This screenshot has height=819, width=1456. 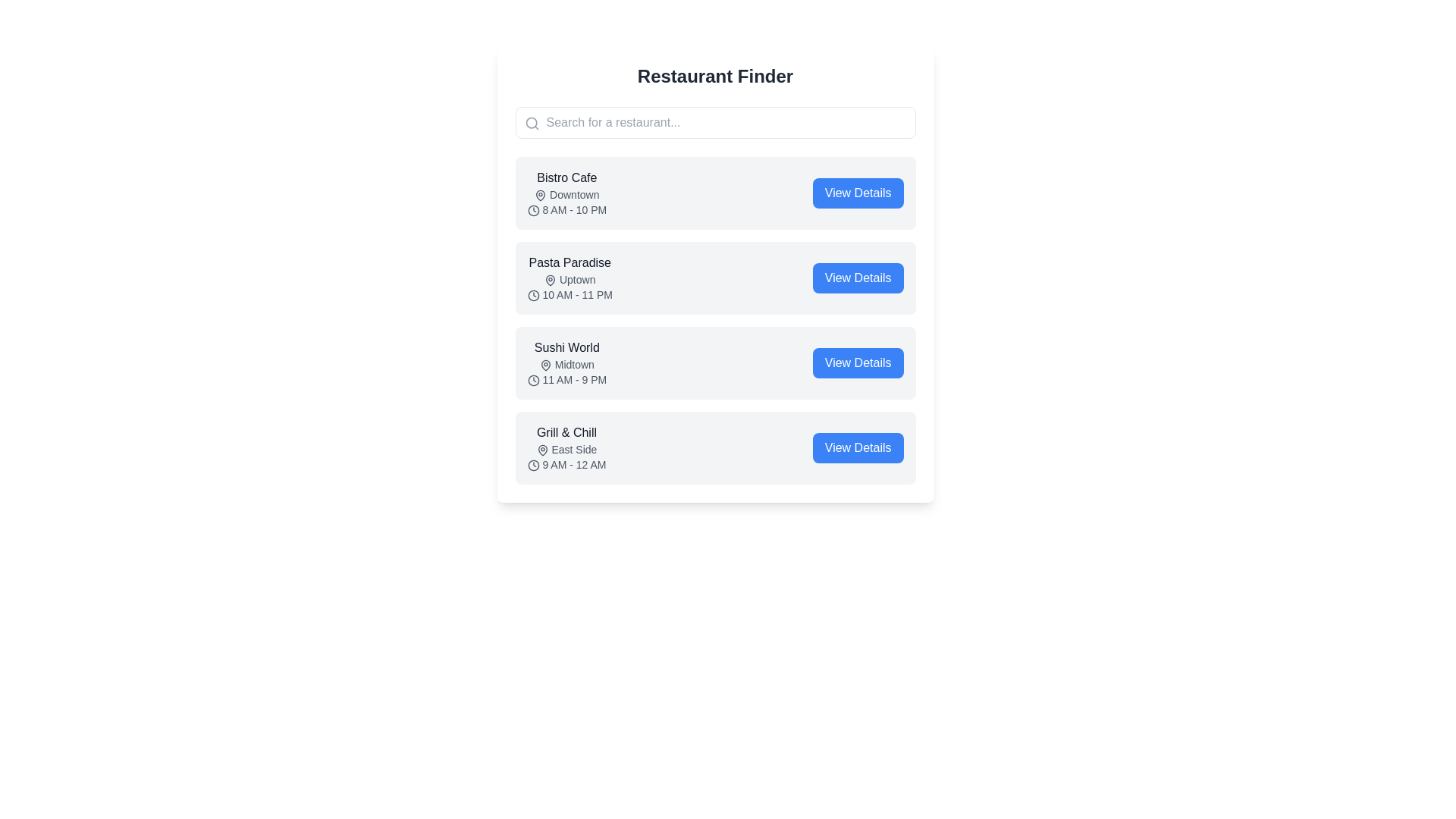 I want to click on the pin-shaped icon located to the left of the text 'Downtown' and directly under 'Bistro Cafe' in the restaurant list, so click(x=541, y=195).